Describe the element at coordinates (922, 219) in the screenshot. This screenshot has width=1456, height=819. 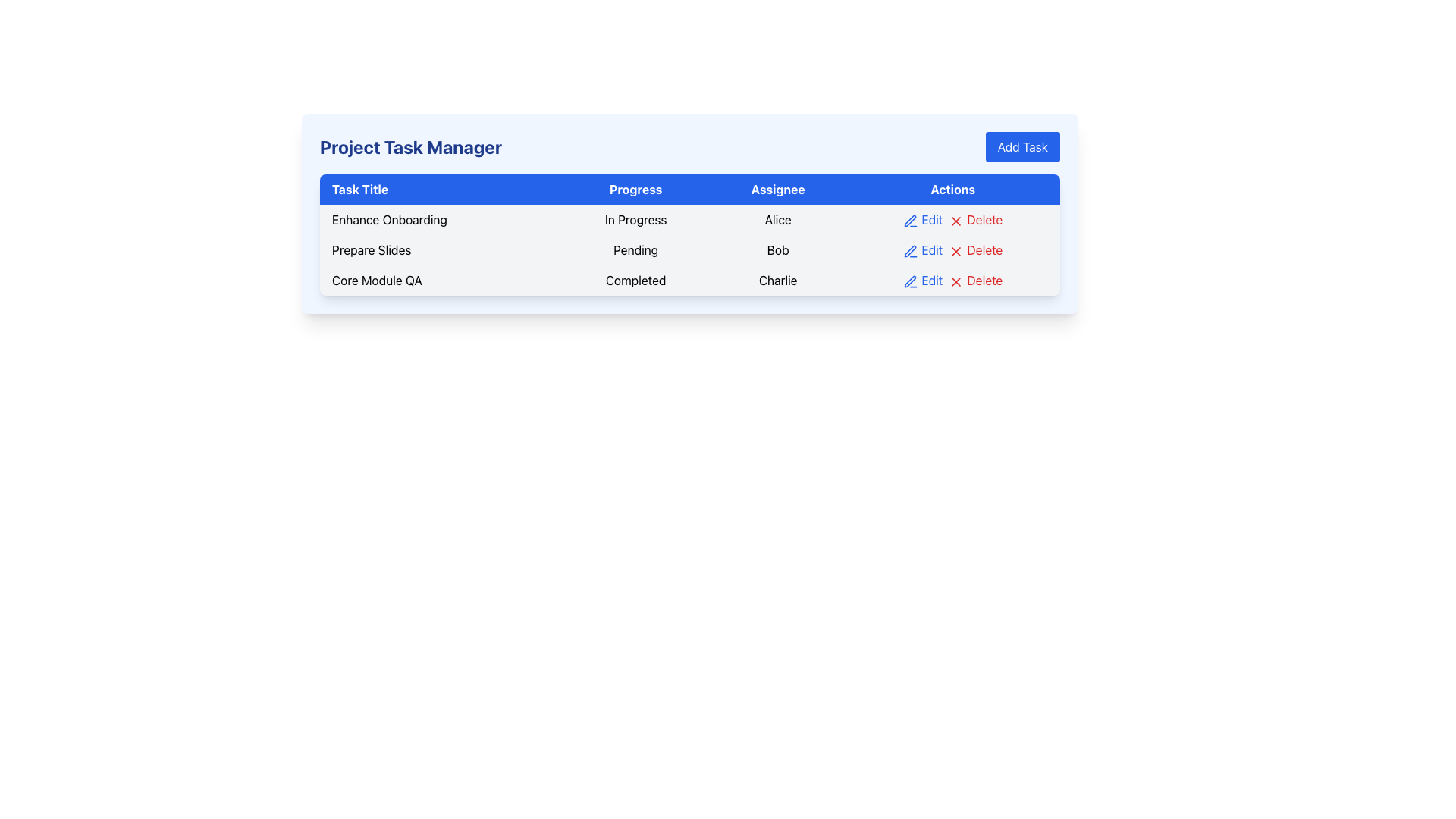
I see `the edit button in the 'Actions' column for the 'Enhance Onboarding' task` at that location.